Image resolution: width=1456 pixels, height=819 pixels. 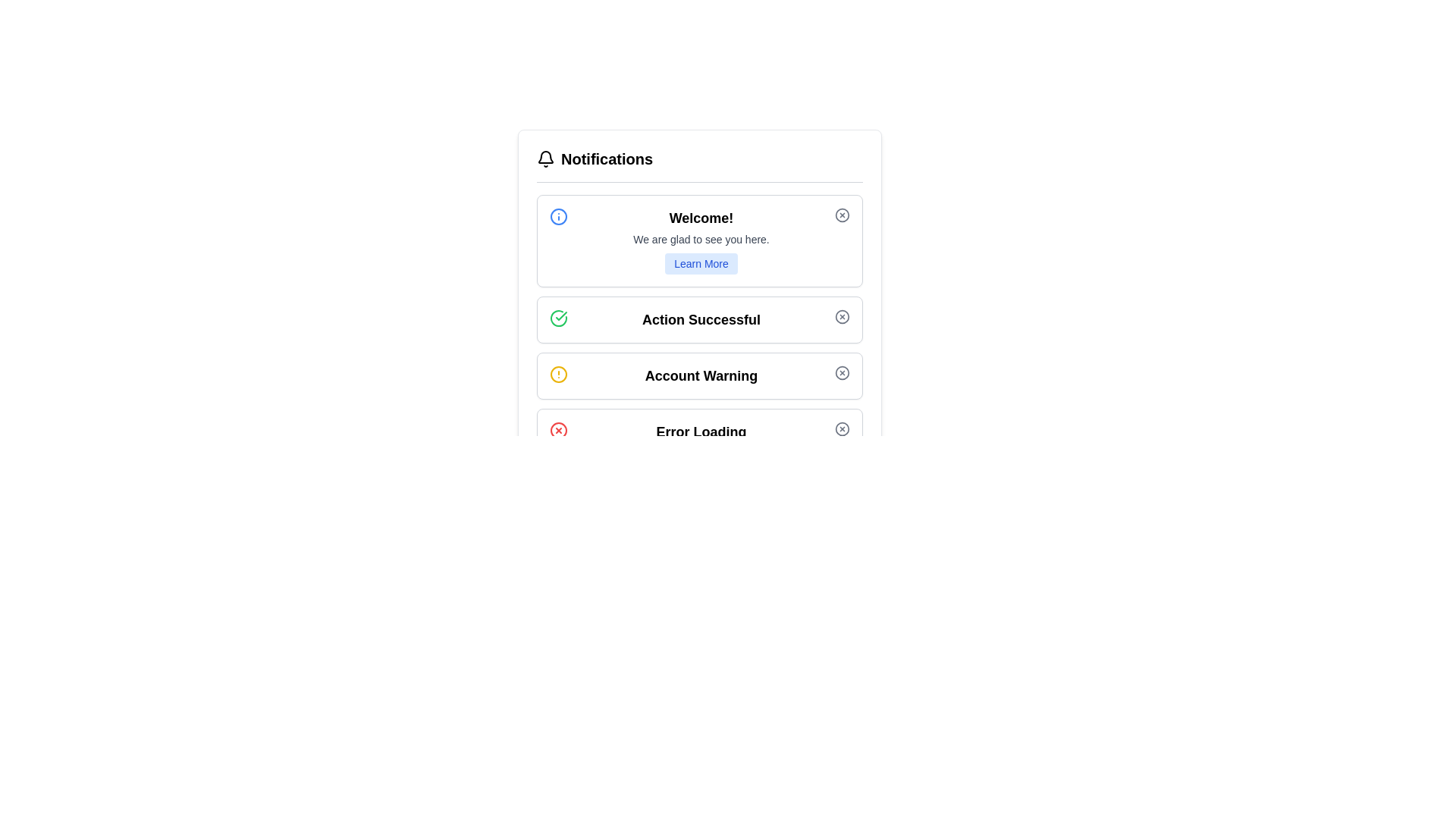 I want to click on the warning alert icon for the 'Account Warning' notification, which is located to the immediate left of the text label in the third notification item, so click(x=558, y=374).